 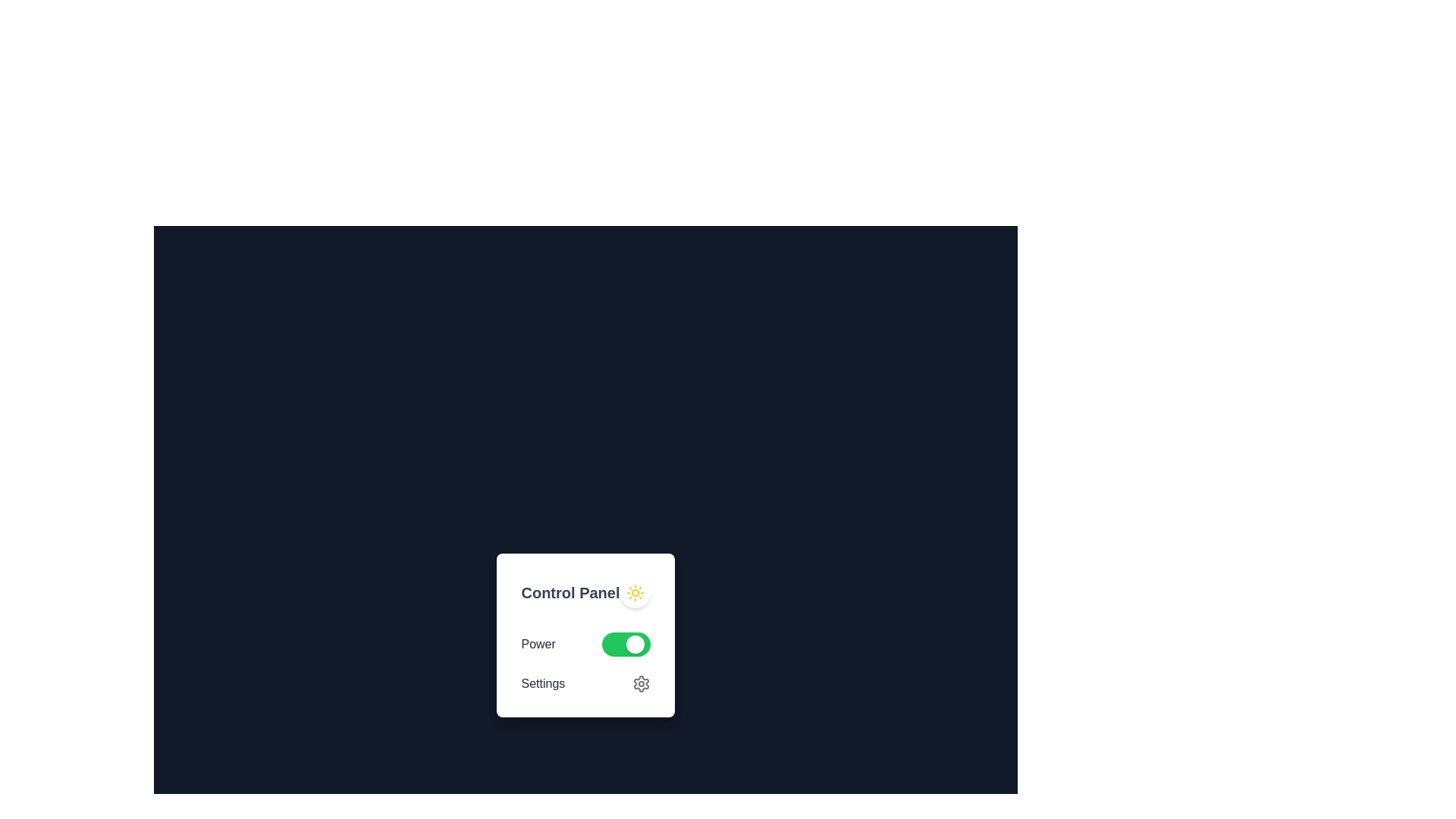 I want to click on the Icon button located to the far right of the 'Settings' text, so click(x=641, y=684).